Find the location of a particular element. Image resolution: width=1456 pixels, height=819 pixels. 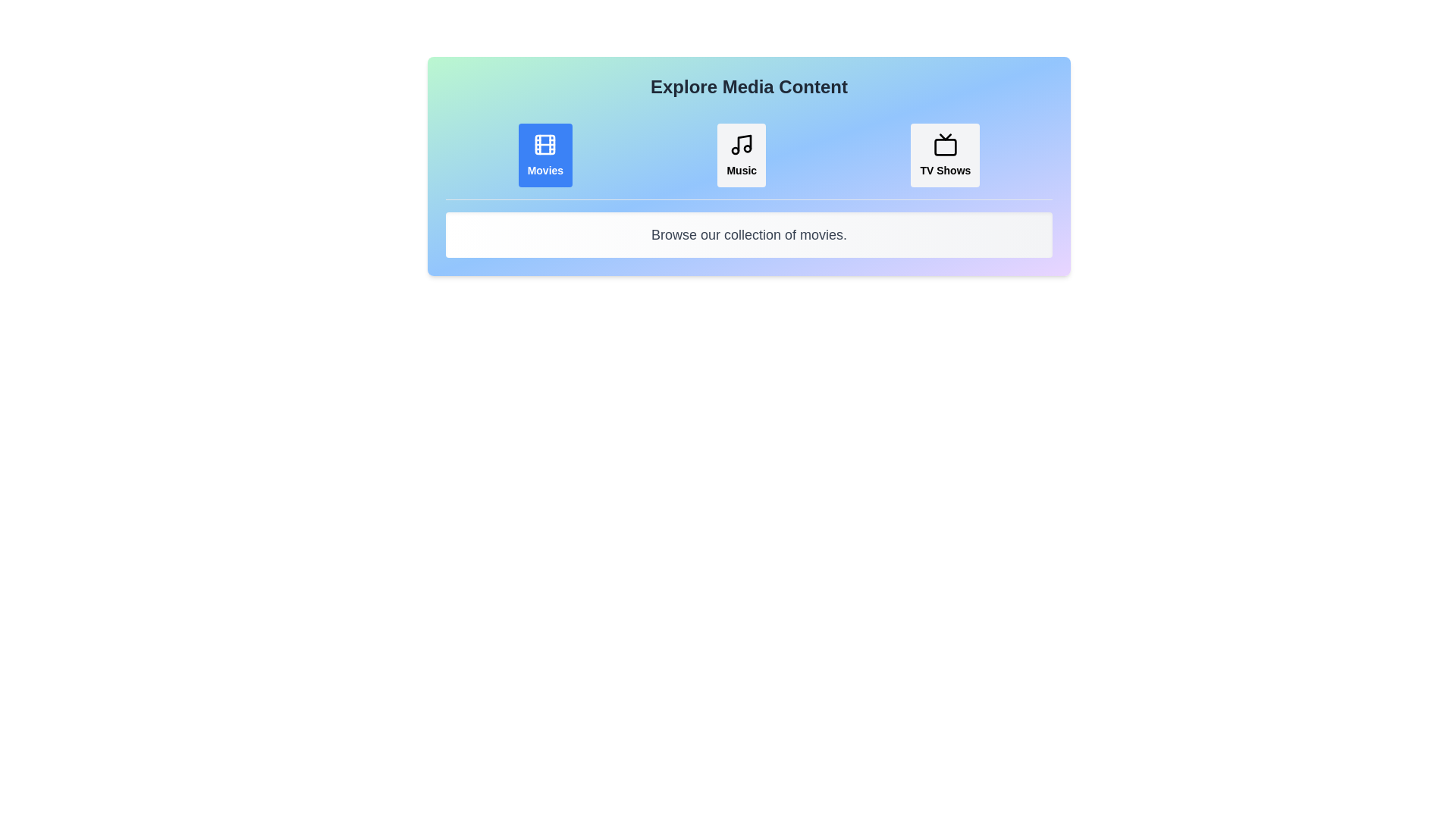

the 'Music' button, which is a rectangular button with rounded edges, a light gray background, and a black music note icon above the label 'Music' written in bold and centered text is located at coordinates (742, 155).